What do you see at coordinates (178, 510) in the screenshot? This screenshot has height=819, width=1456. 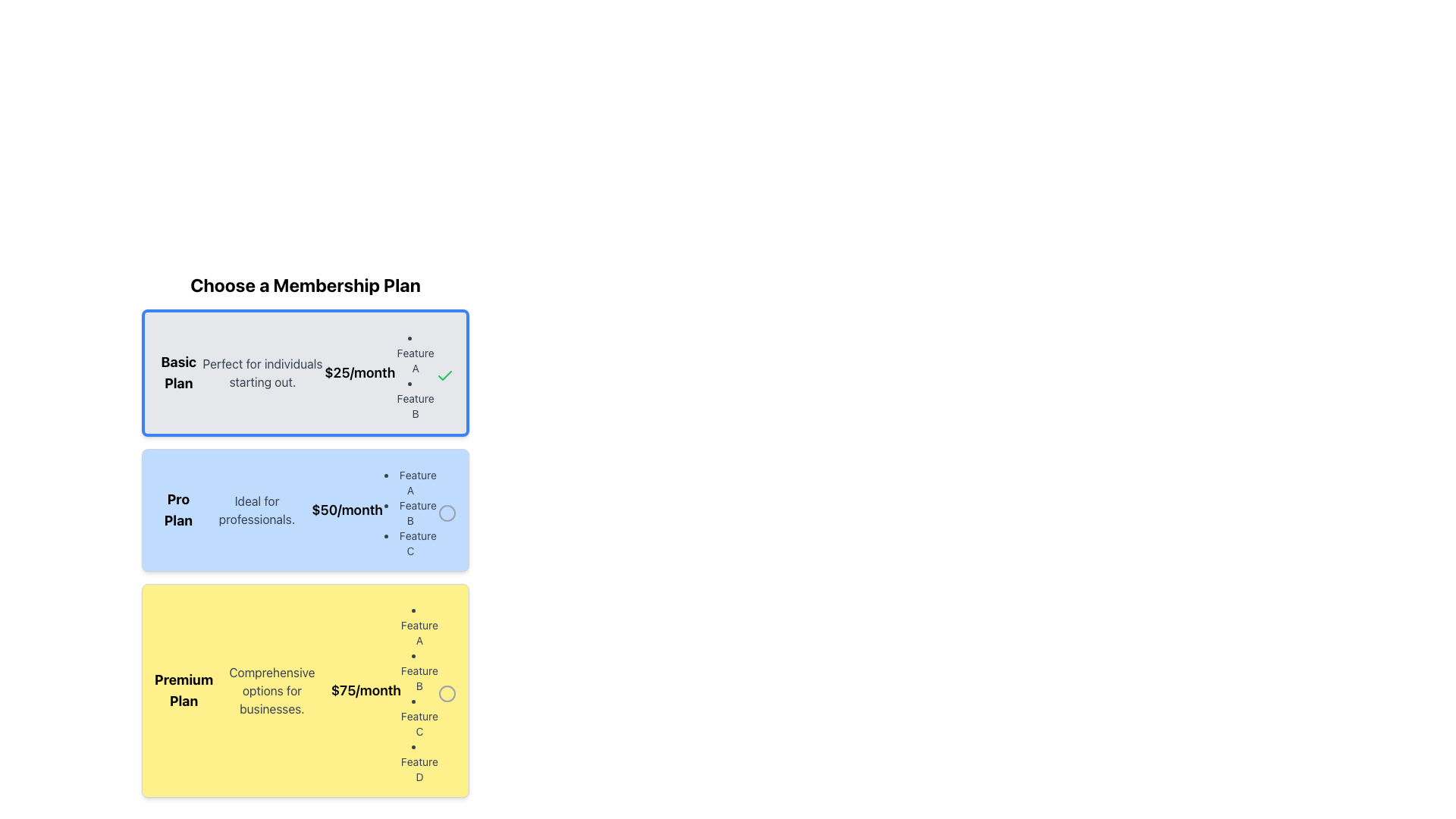 I see `label identifying the 'Pro Plan' subscription option, which is located in the upper-left section of the 'Pro Plan' card, the middle card in a vertical stack of three subscription plan cards` at bounding box center [178, 510].